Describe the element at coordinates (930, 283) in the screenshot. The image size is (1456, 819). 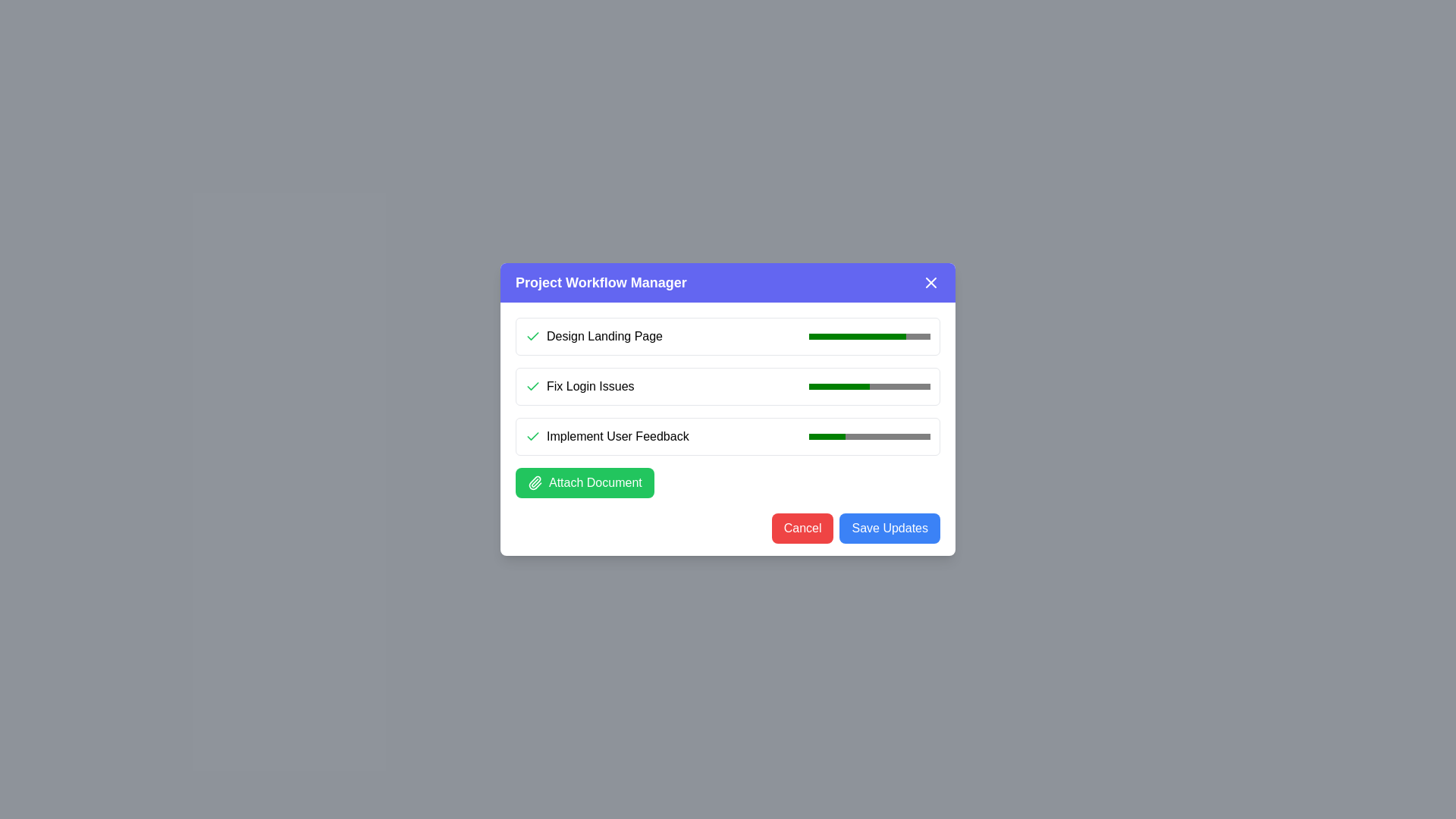
I see `the Close button in the top-right corner of the 'Project Workflow Manager' modal dialog` at that location.